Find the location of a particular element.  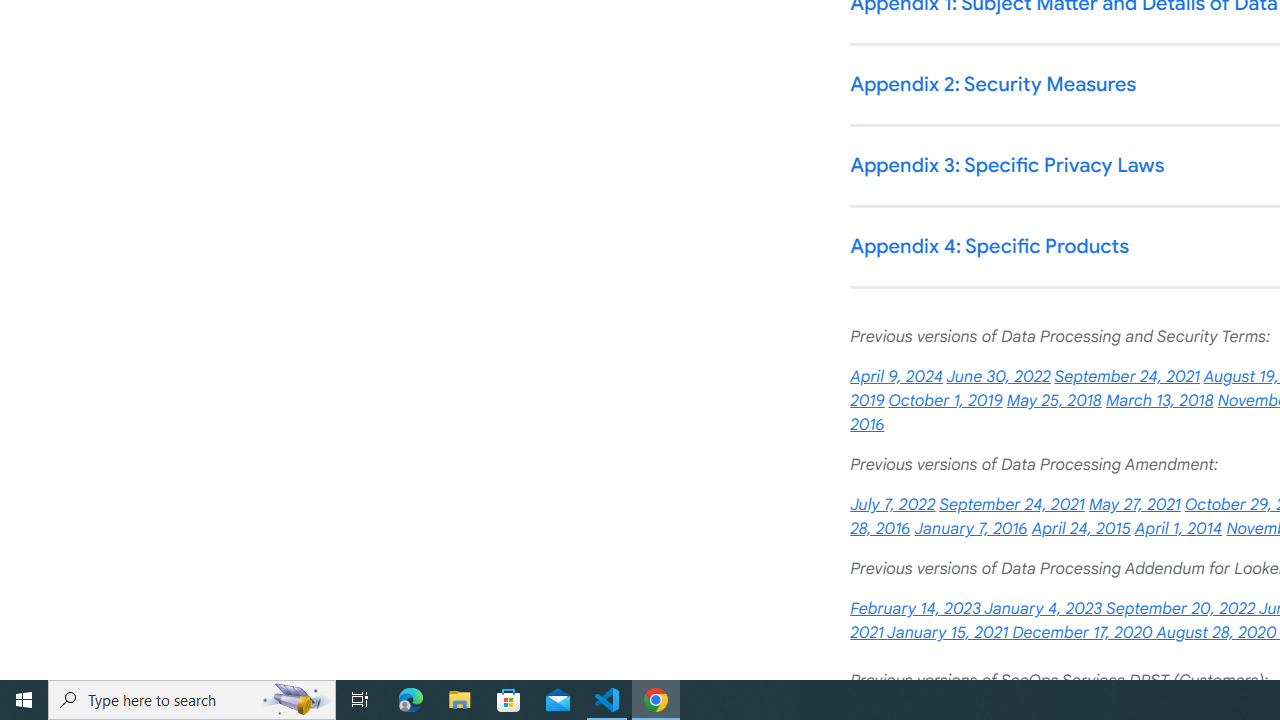

'July 7, 2022' is located at coordinates (891, 504).